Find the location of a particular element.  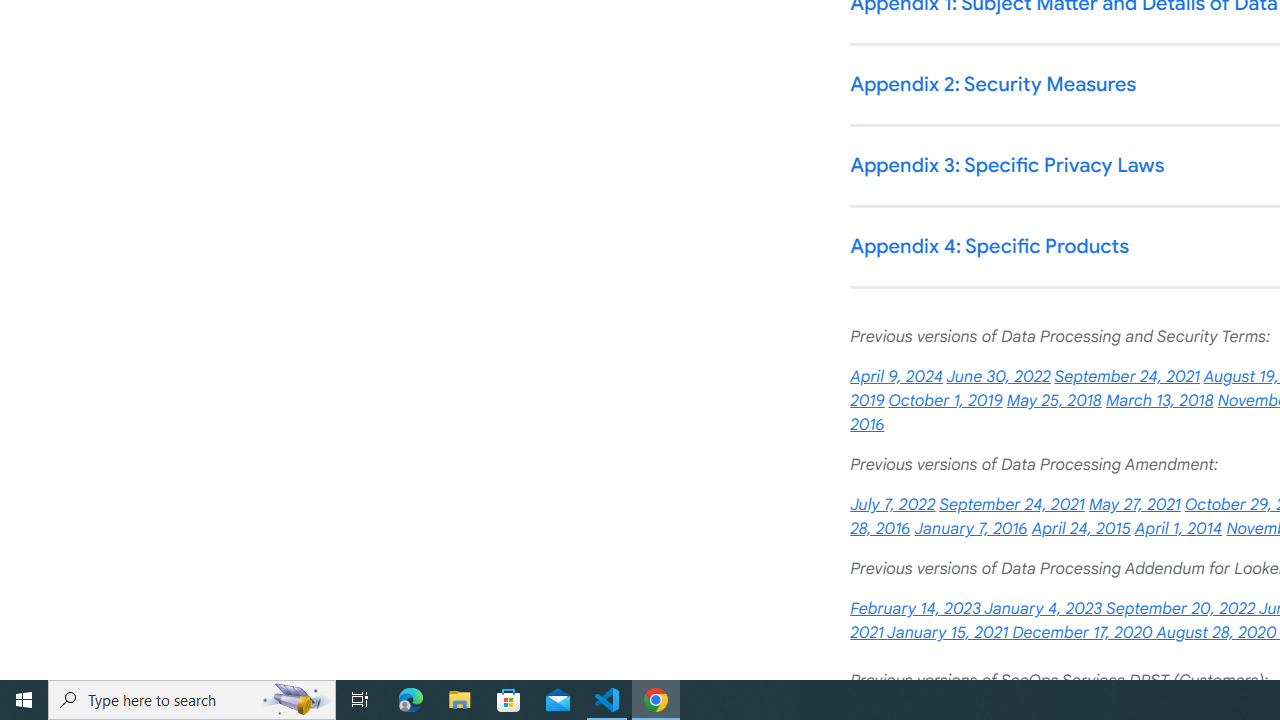

'July 7, 2022' is located at coordinates (891, 504).